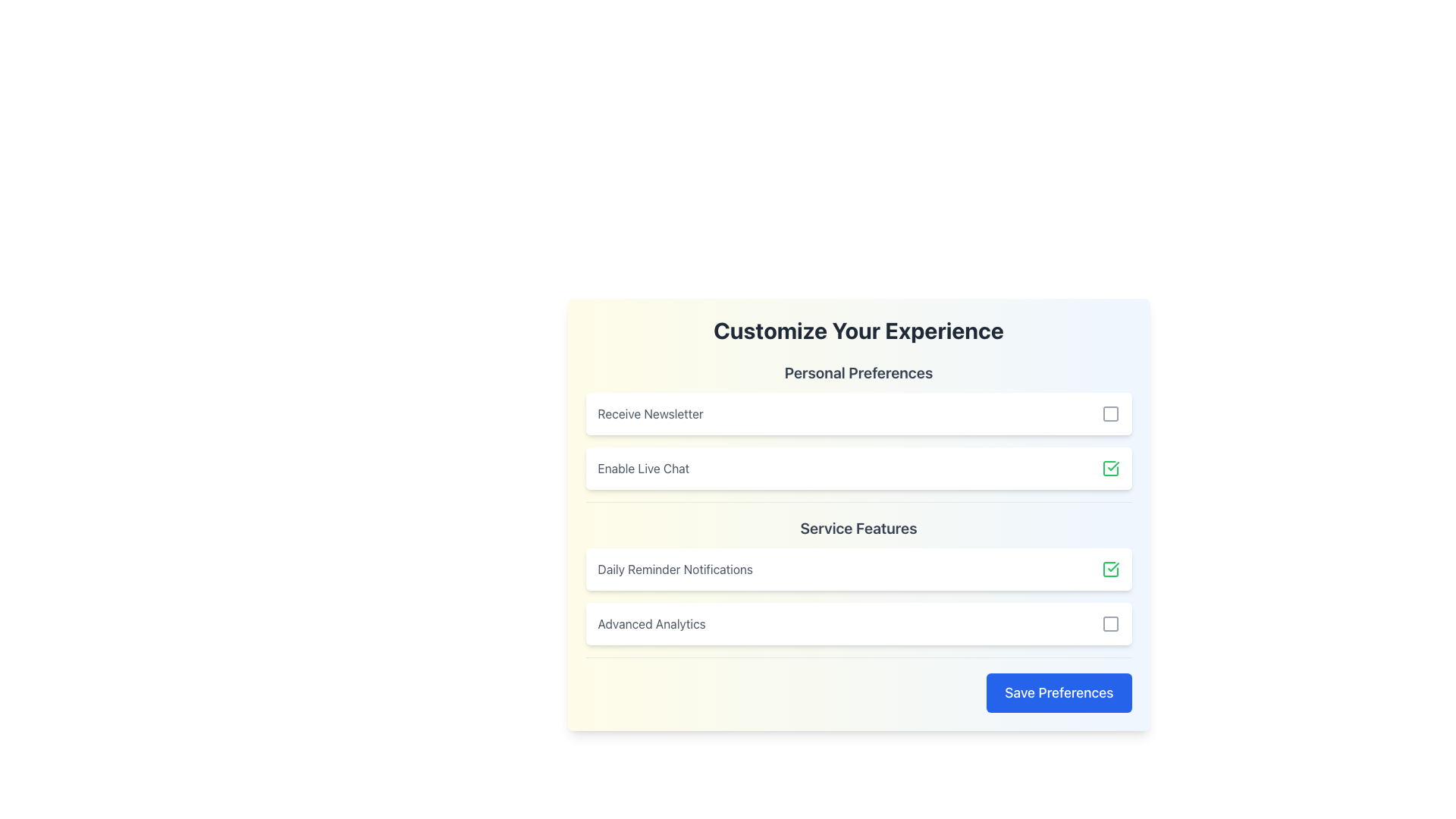 Image resolution: width=1456 pixels, height=819 pixels. Describe the element at coordinates (643, 467) in the screenshot. I see `label describing the option to enable live chat functionality located under the 'Personal Preferences' section, positioned below 'Receive Newsletter' and above 'Service Features'` at that location.